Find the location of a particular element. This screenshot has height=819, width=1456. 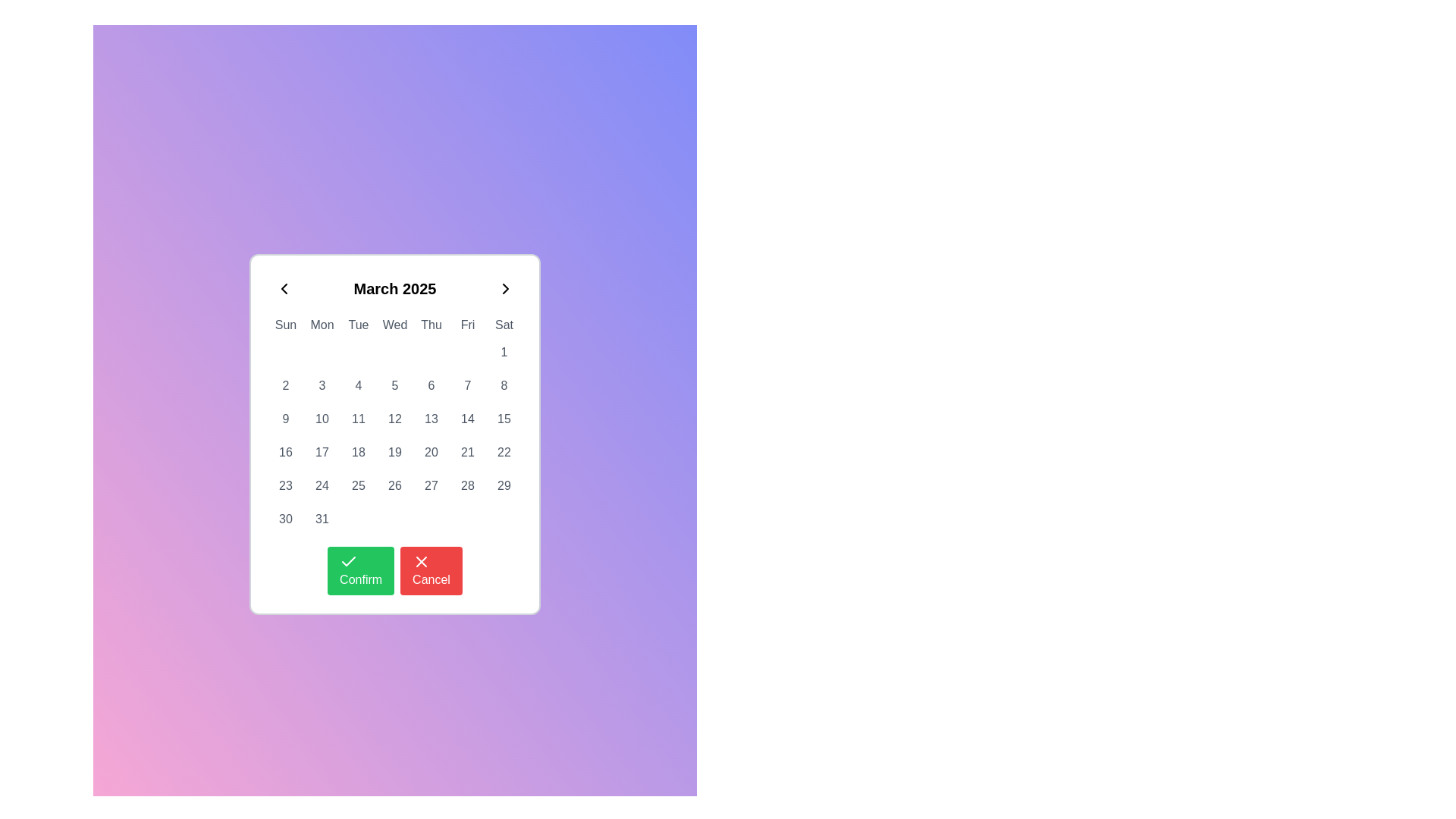

the rounded rectangular button displaying '16' in a bold, dark gray font is located at coordinates (286, 452).